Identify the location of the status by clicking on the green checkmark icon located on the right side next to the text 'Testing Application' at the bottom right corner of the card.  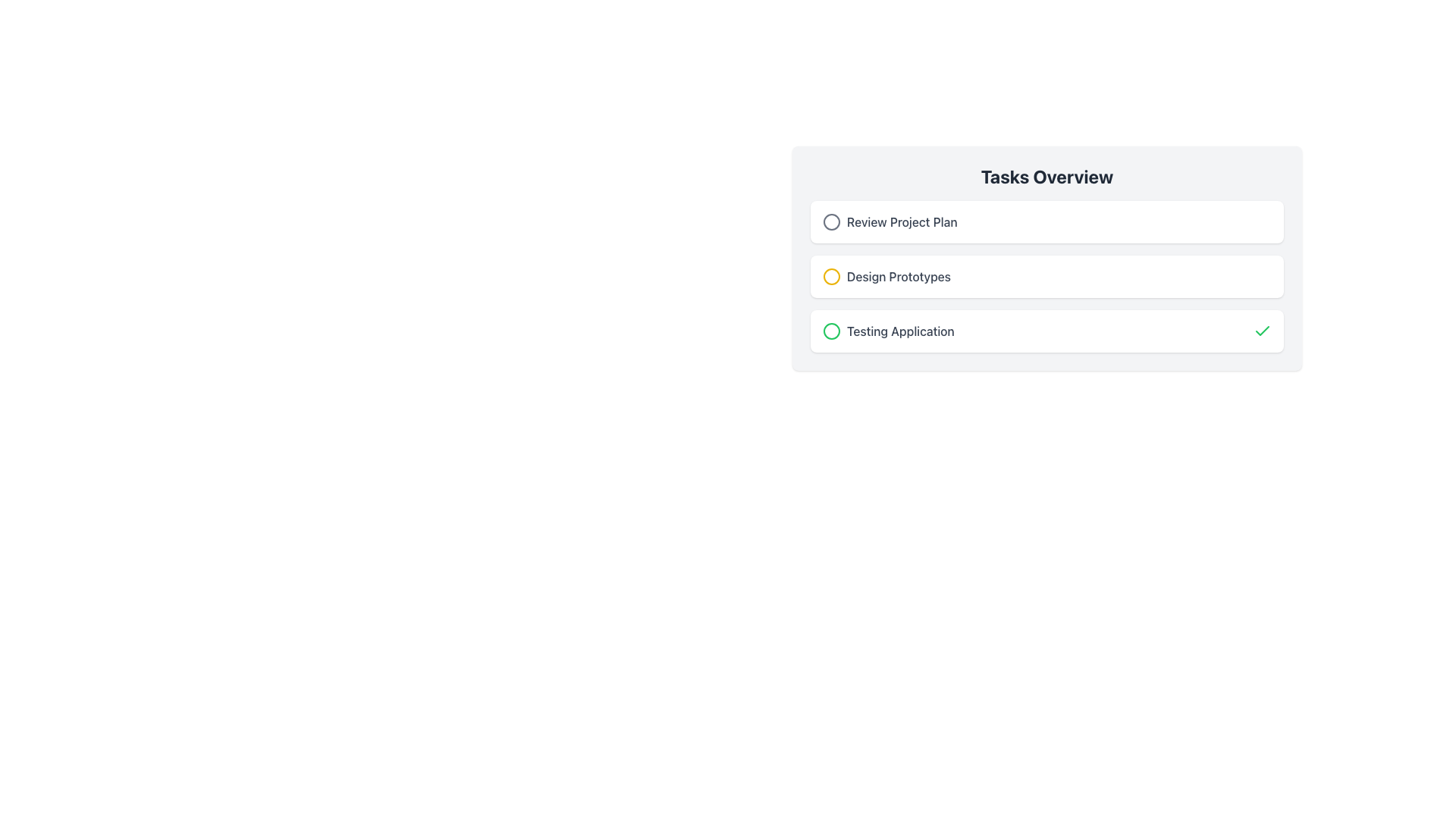
(1263, 330).